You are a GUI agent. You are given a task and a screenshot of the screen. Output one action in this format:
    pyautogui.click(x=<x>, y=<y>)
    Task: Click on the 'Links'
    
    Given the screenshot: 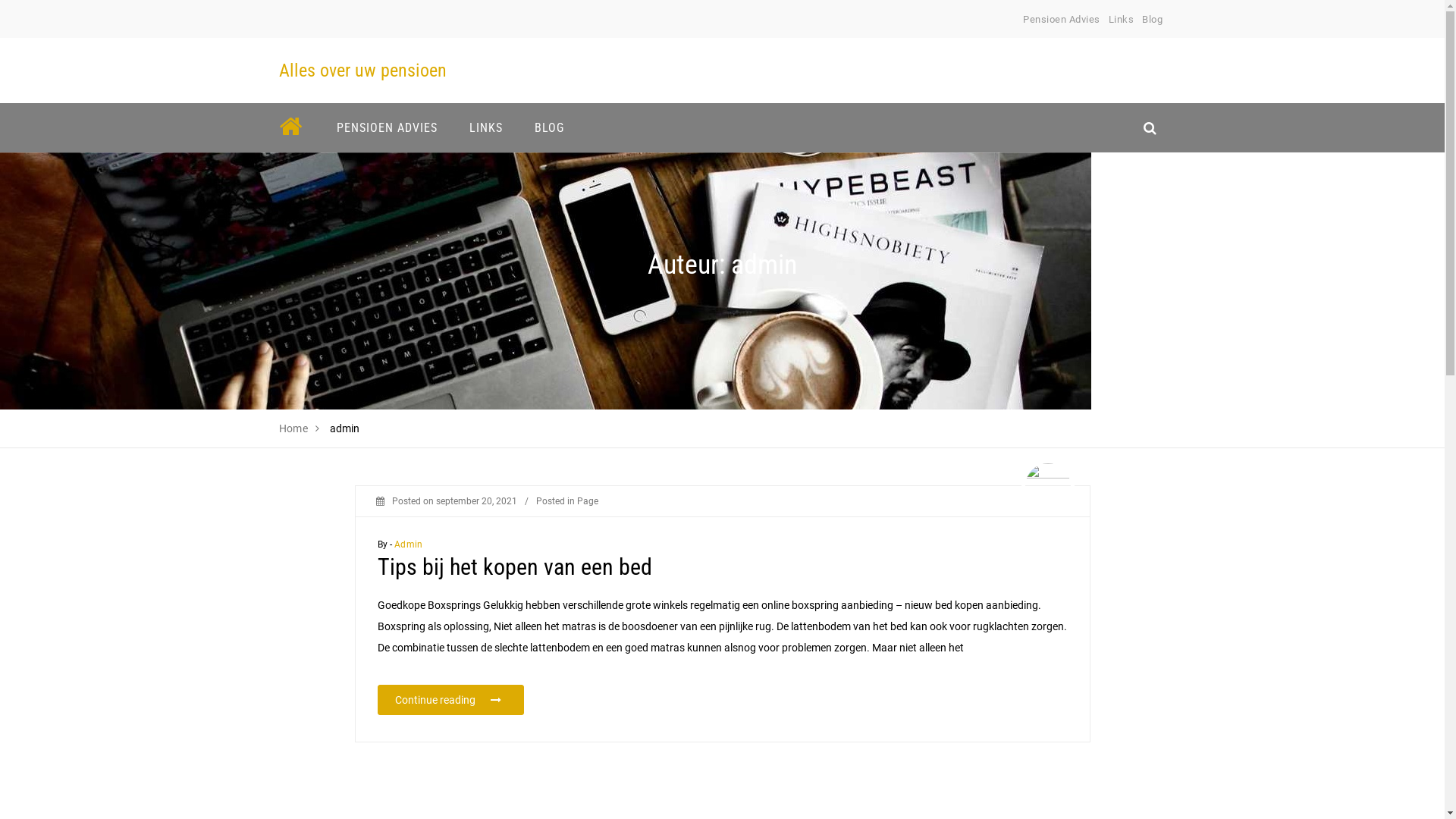 What is the action you would take?
    pyautogui.click(x=1109, y=19)
    